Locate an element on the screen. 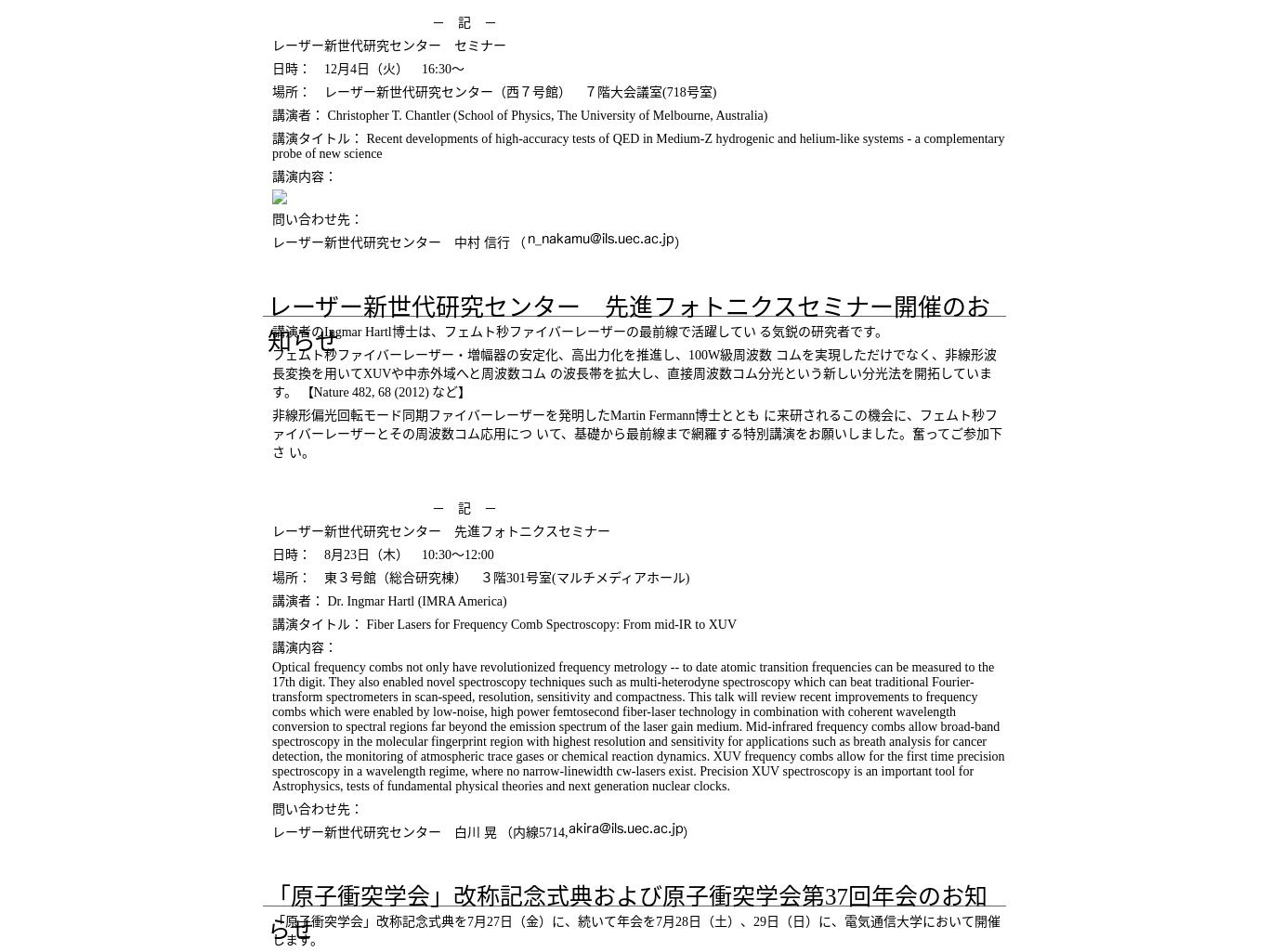  '場所：　東３号館（総合研究棟）　３階301号室(マルチメディアホール)' is located at coordinates (480, 577).